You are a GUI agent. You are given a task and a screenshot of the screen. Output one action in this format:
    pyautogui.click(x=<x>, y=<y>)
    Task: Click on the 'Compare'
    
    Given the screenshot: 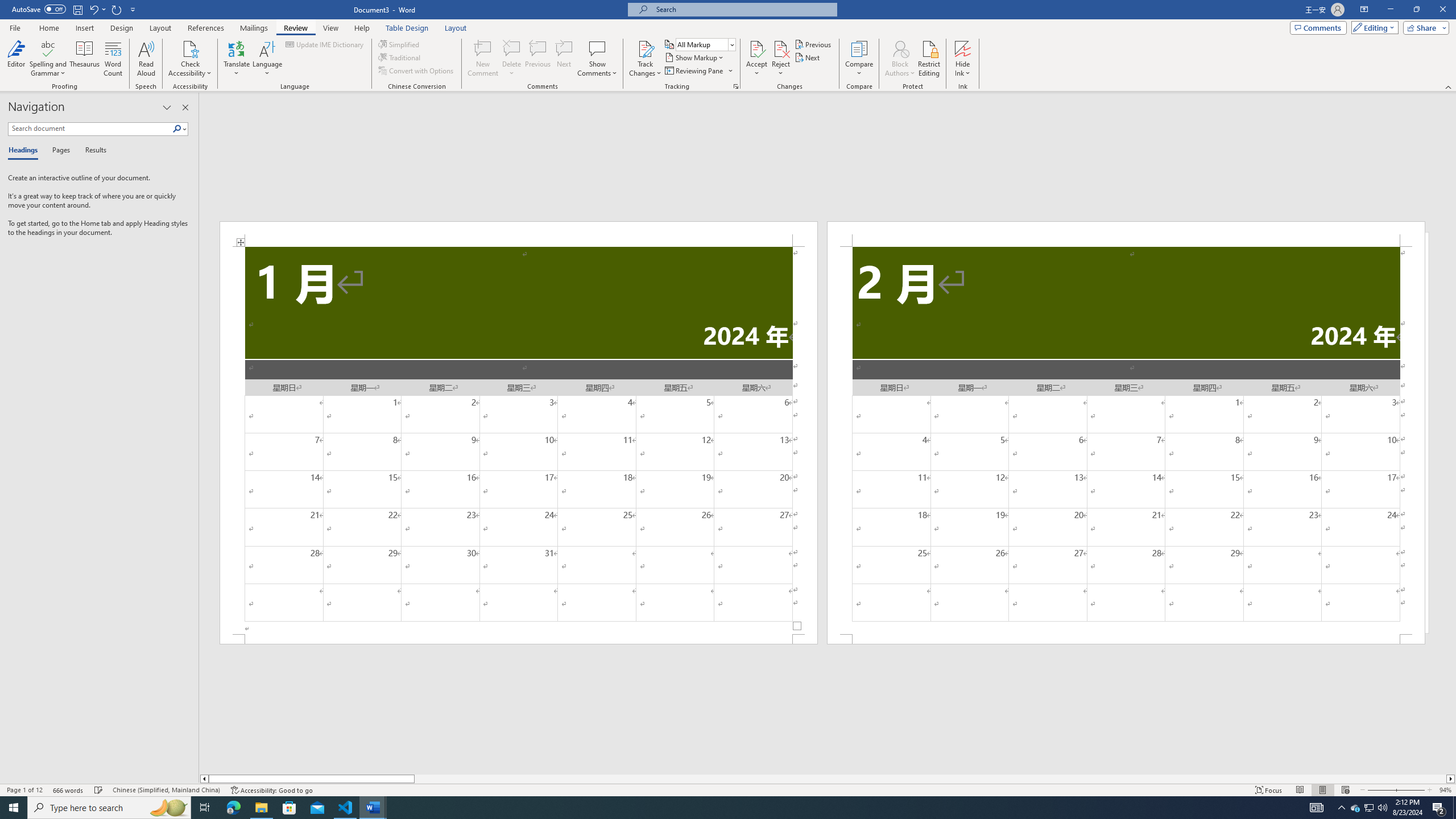 What is the action you would take?
    pyautogui.click(x=859, y=59)
    